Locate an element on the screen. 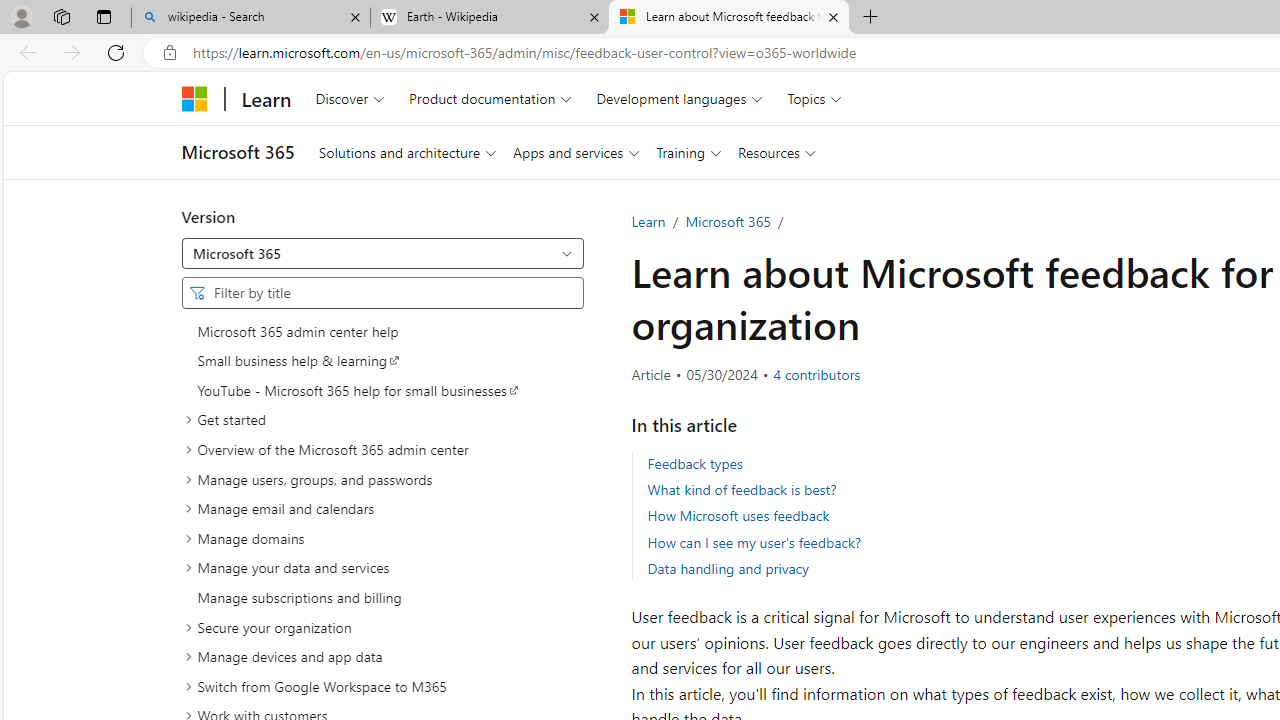 Image resolution: width=1280 pixels, height=720 pixels. 'Discover' is located at coordinates (350, 98).